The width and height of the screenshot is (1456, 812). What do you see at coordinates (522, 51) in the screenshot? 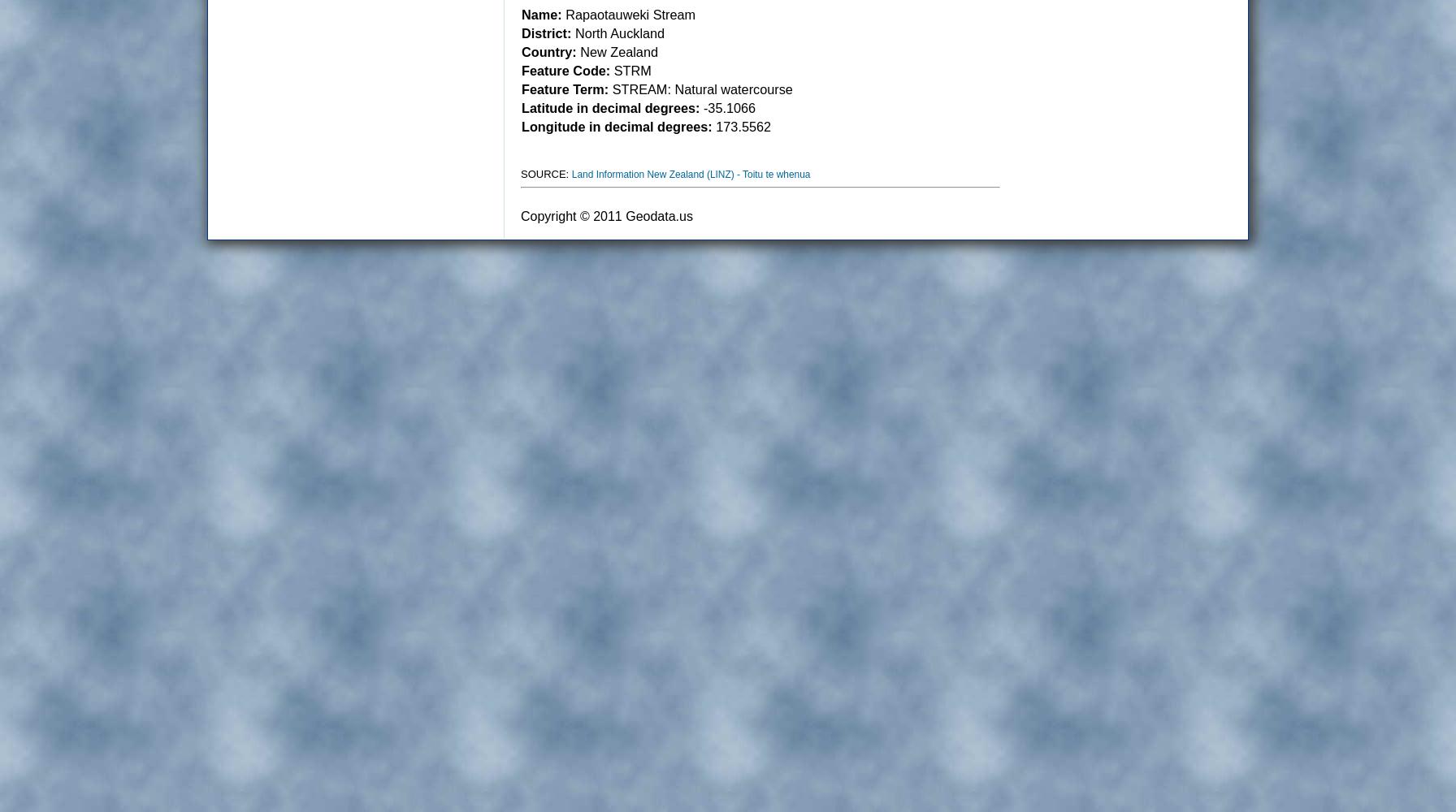
I see `'Country:'` at bounding box center [522, 51].